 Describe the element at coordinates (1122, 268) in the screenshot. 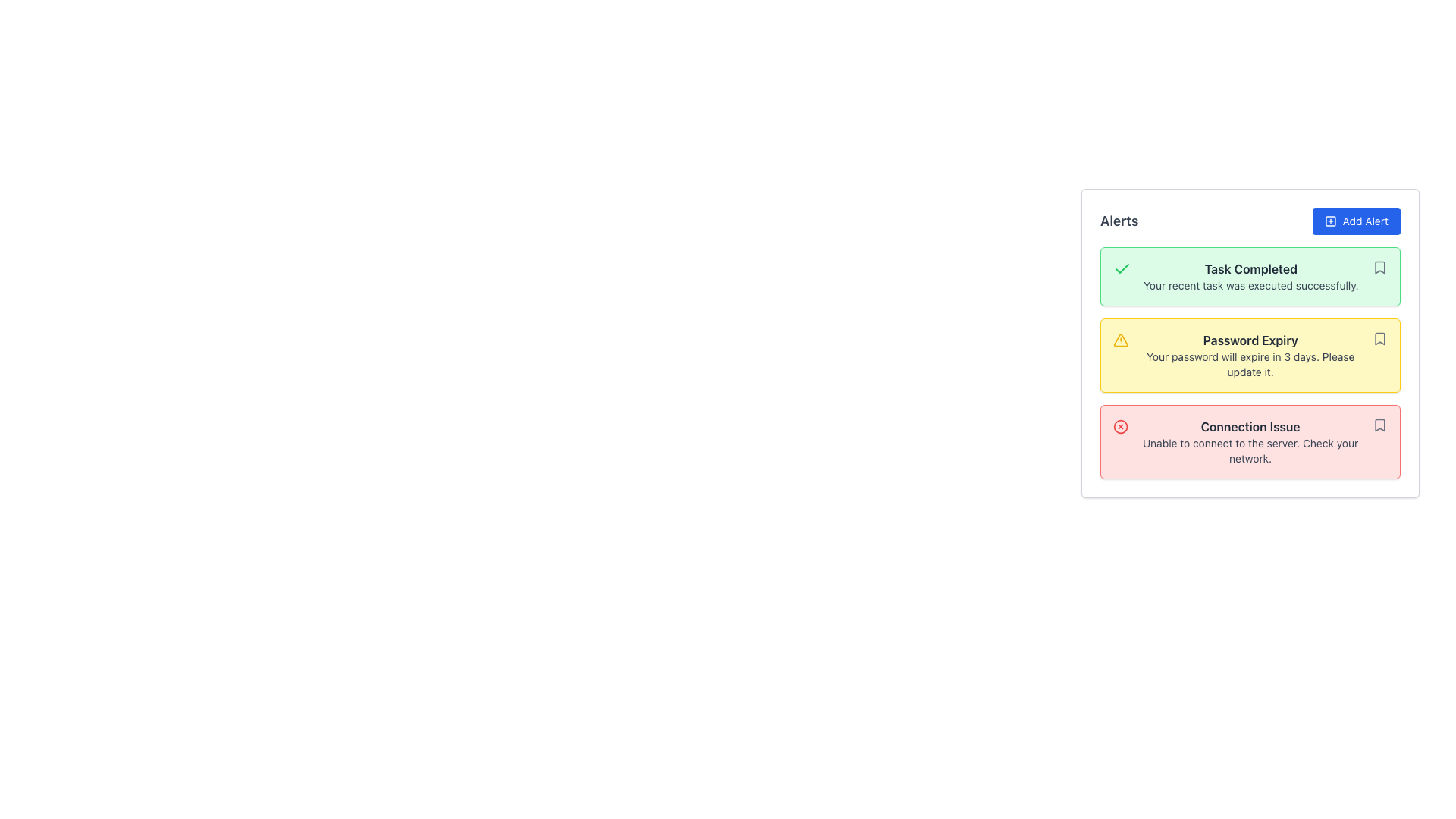

I see `the checkmark icon indicating success, which is centrally located within the green rectangular area labeled 'Task Completed'` at that location.